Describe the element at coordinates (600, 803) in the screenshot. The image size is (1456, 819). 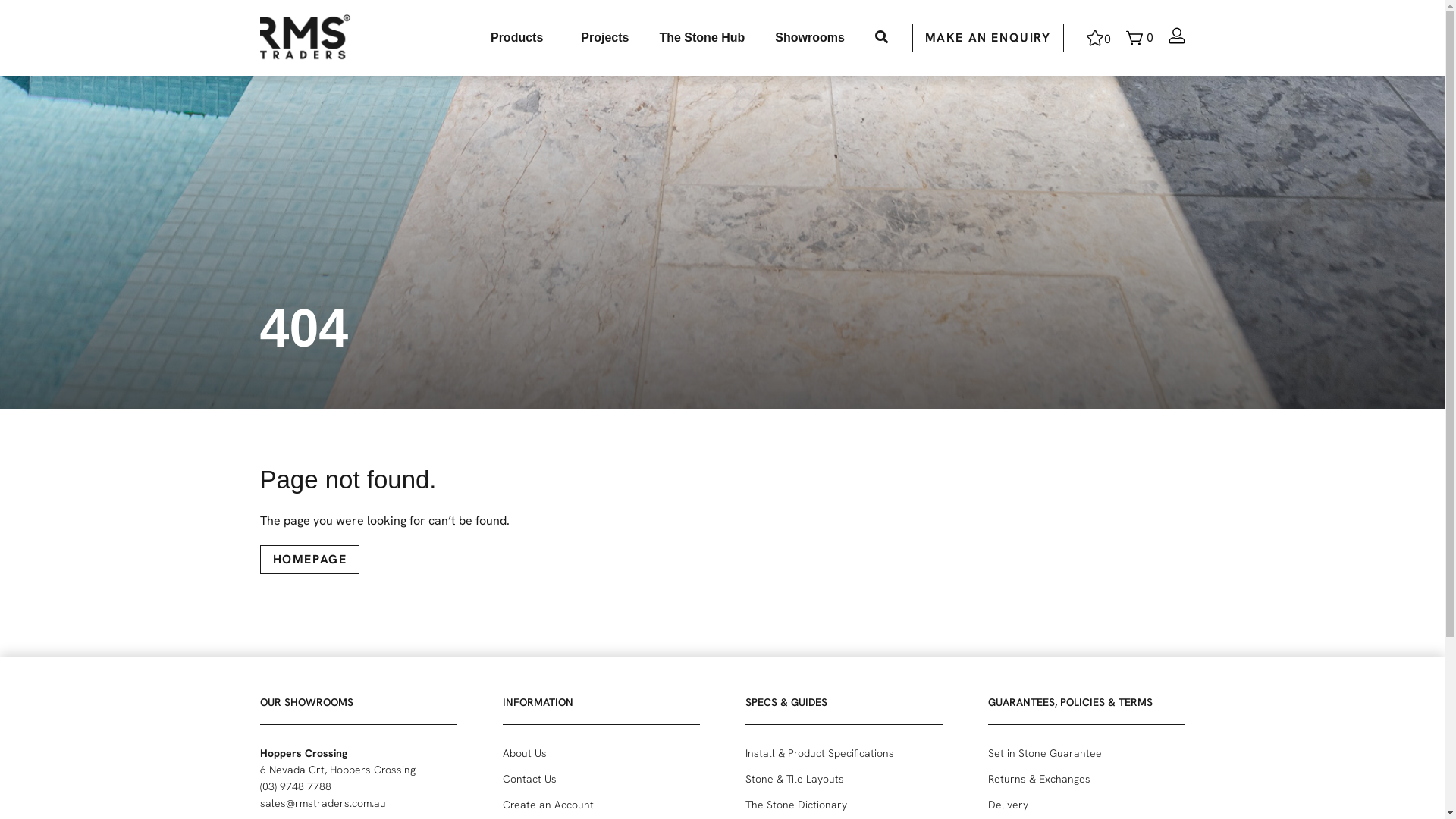
I see `'Create an Account'` at that location.